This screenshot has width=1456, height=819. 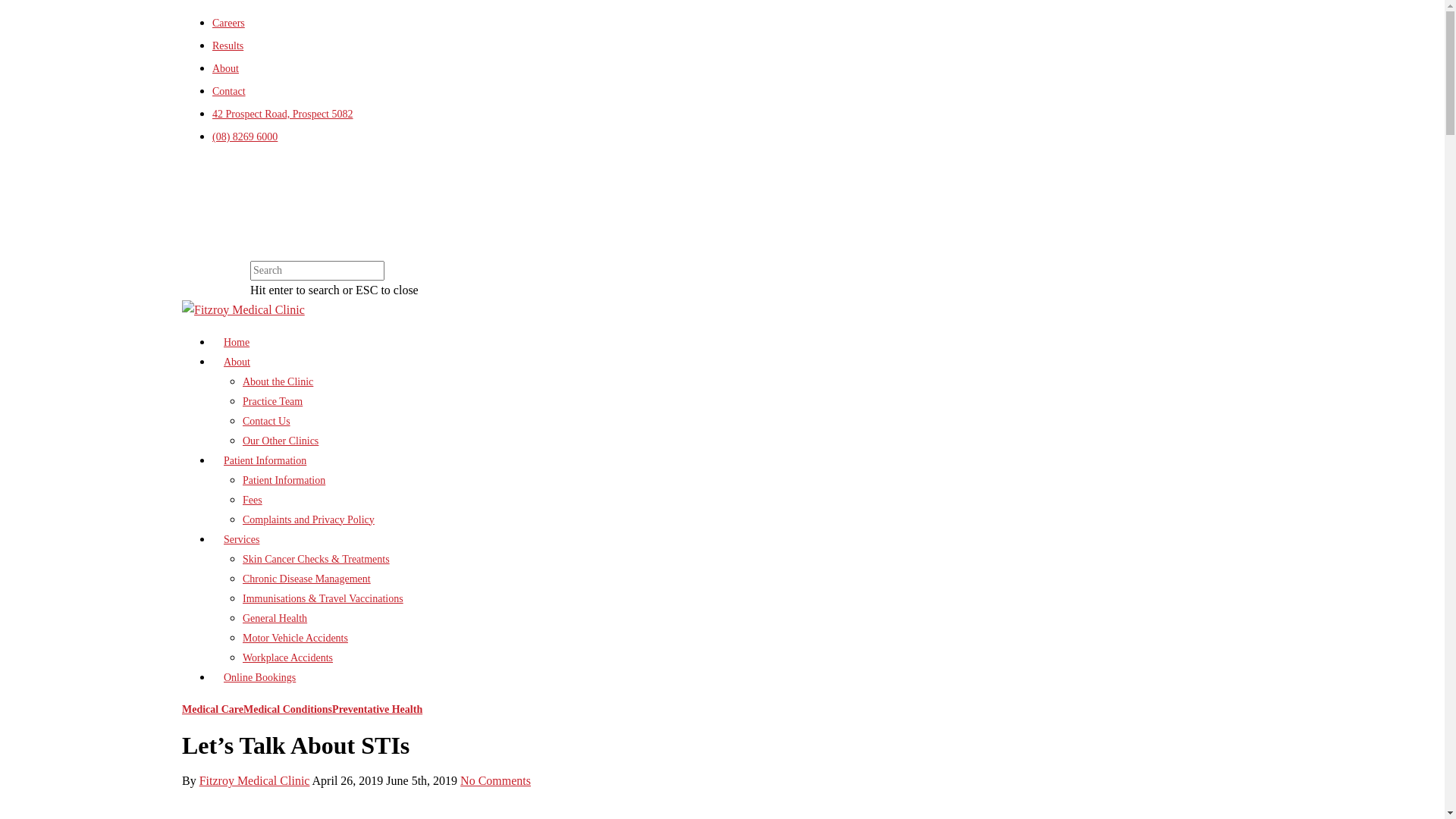 What do you see at coordinates (243, 709) in the screenshot?
I see `'Medical Conditions'` at bounding box center [243, 709].